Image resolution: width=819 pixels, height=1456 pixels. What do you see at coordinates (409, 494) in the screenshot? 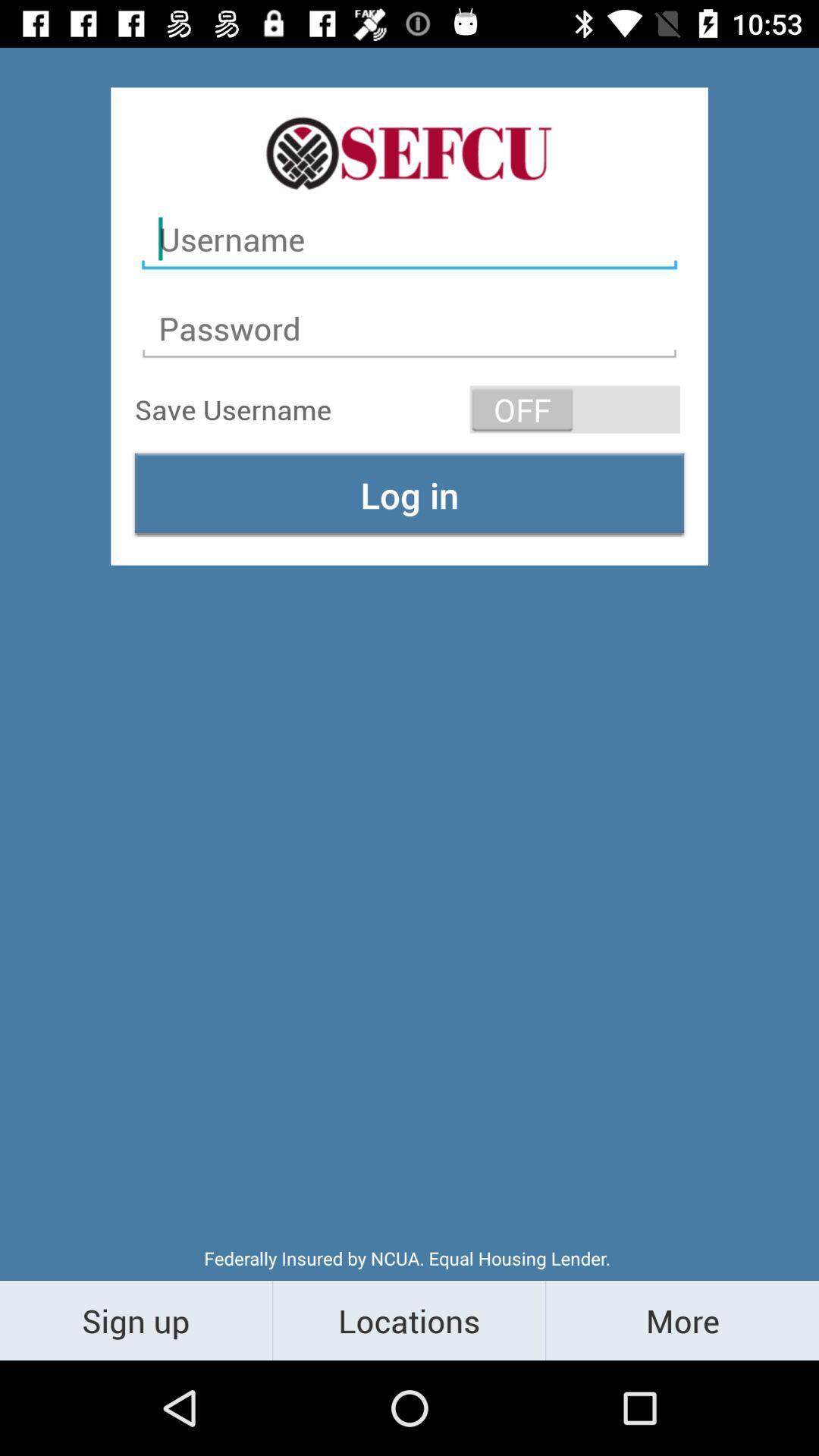
I see `log in item` at bounding box center [409, 494].